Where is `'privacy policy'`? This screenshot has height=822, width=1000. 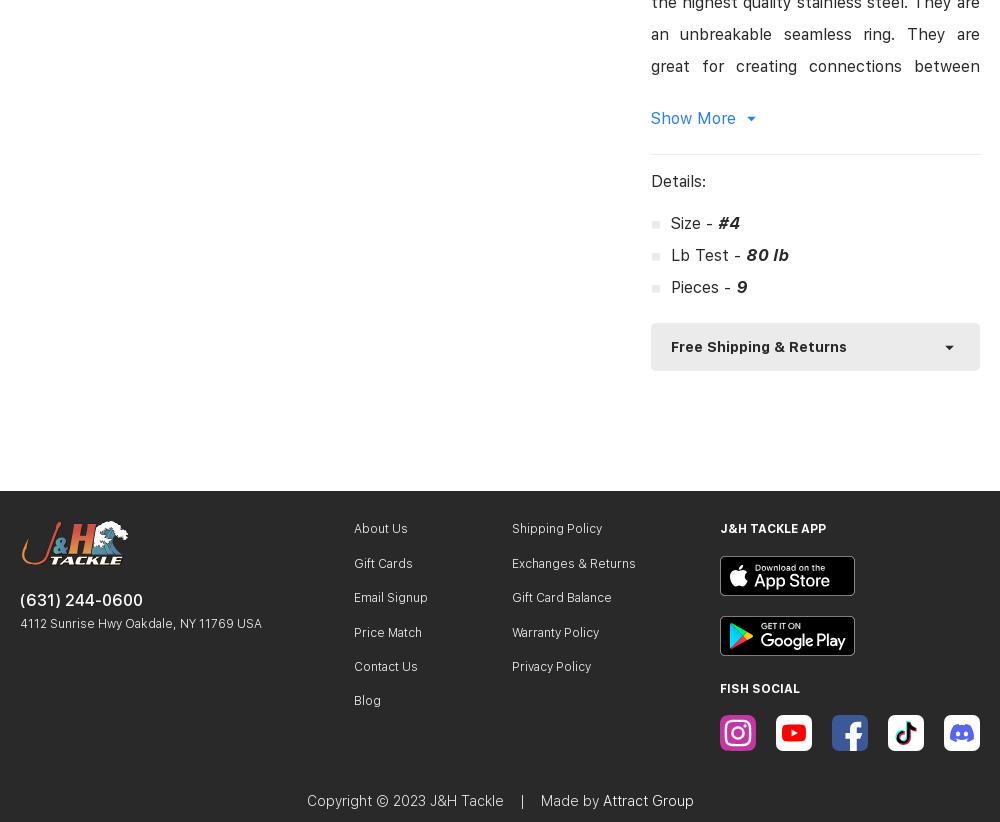 'privacy policy' is located at coordinates (551, 663).